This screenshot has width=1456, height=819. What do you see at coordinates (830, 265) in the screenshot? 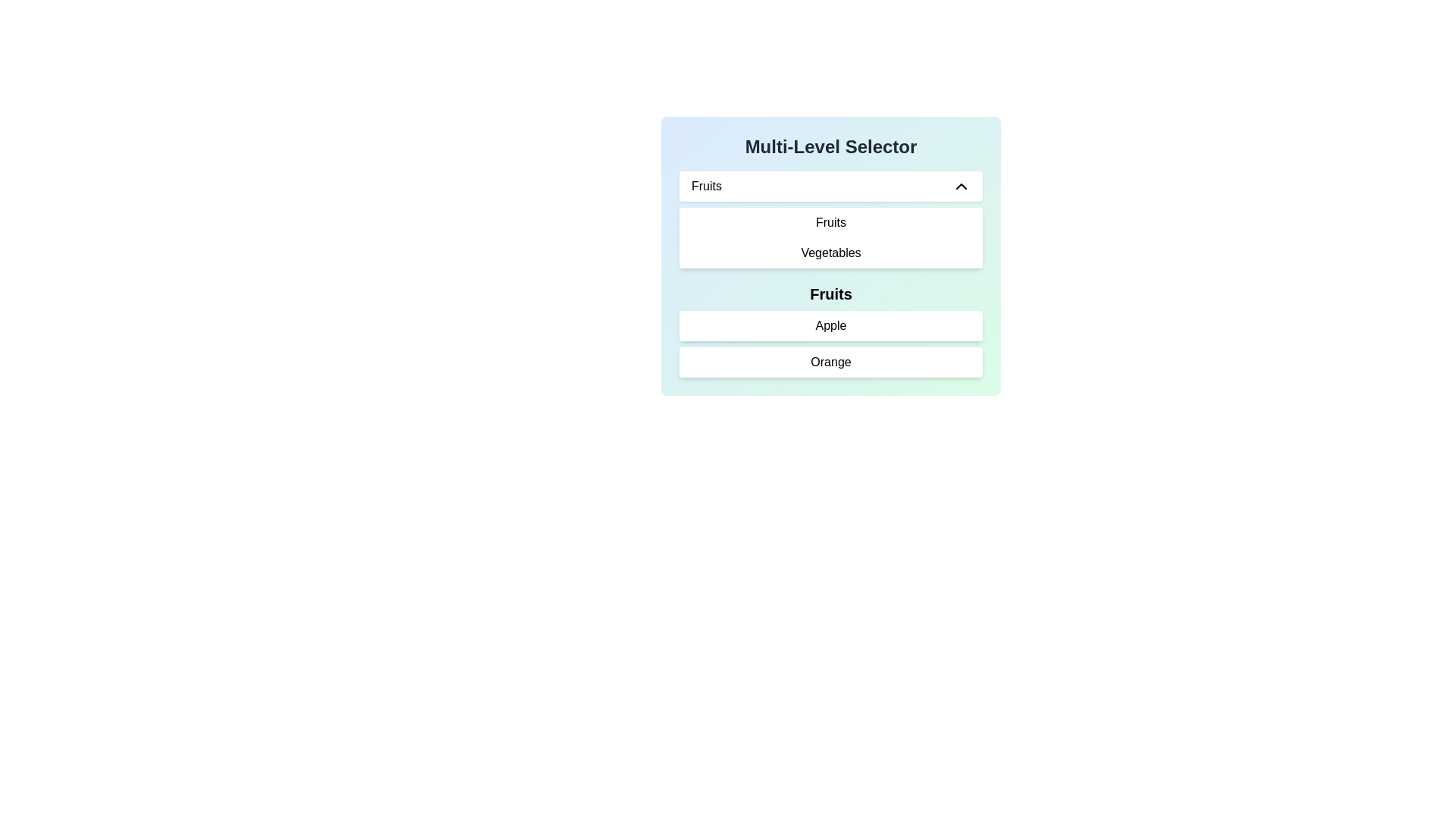
I see `the multi-level selector item located at the center of the dropdown interface` at bounding box center [830, 265].